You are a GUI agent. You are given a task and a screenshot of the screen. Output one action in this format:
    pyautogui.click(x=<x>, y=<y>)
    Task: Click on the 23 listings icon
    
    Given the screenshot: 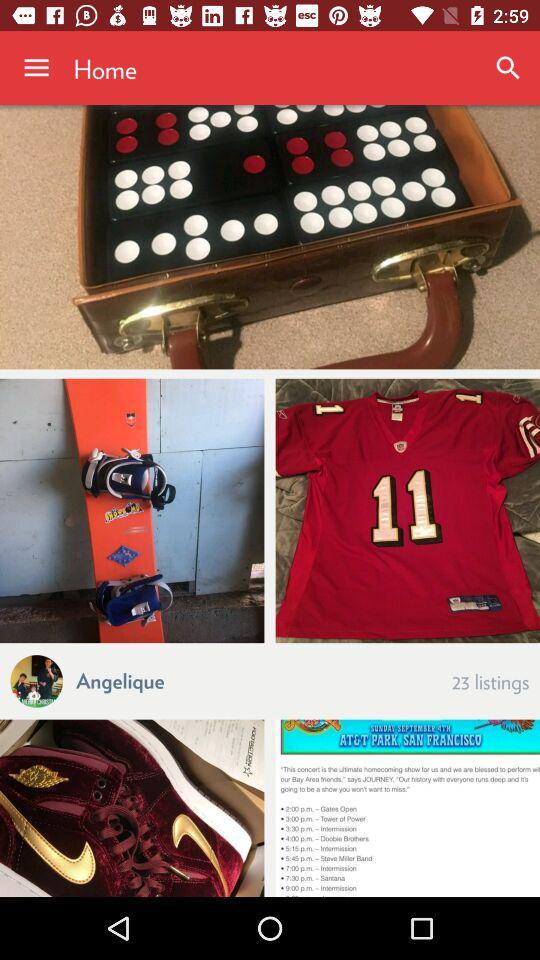 What is the action you would take?
    pyautogui.click(x=489, y=680)
    